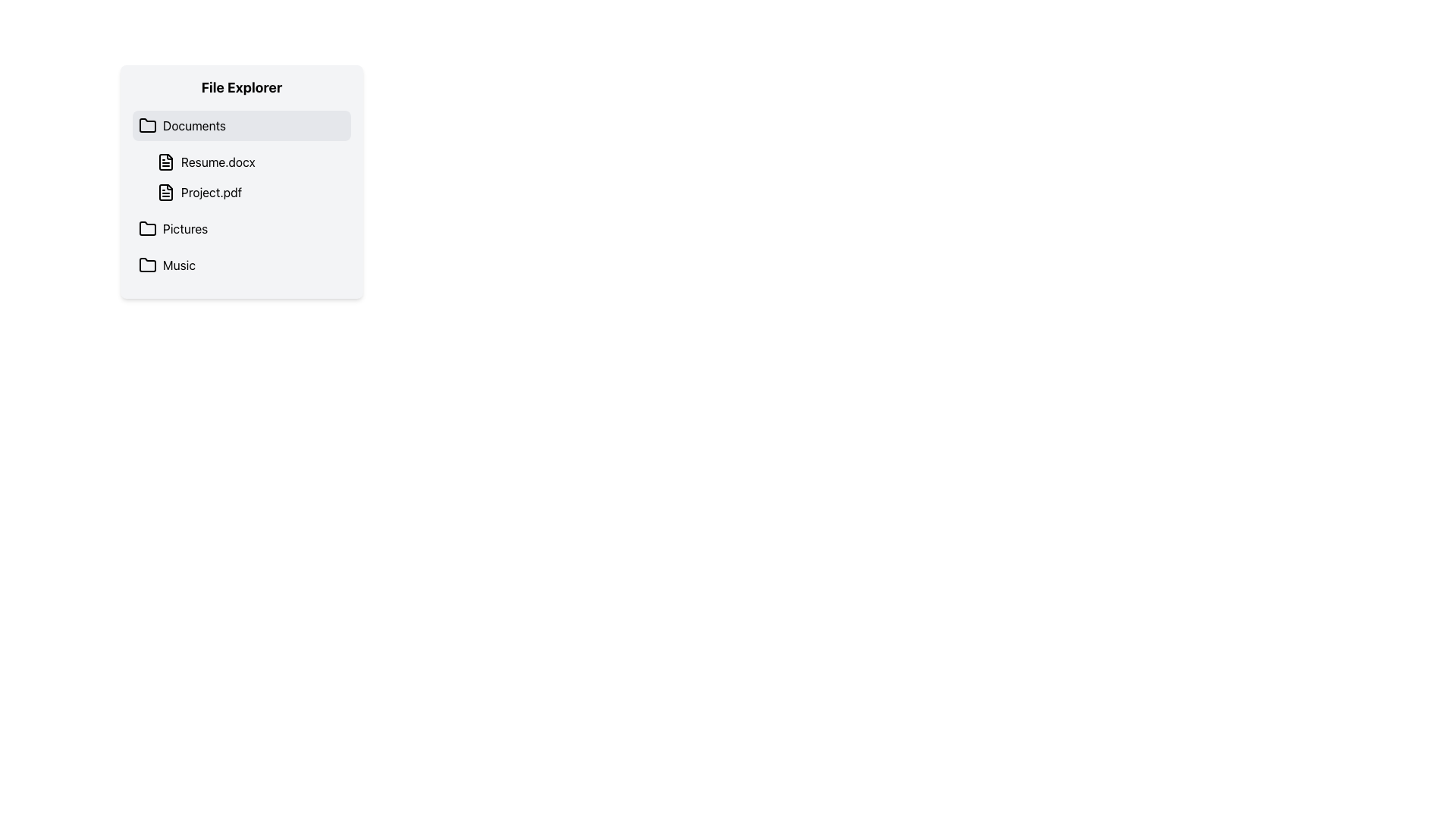  Describe the element at coordinates (240, 265) in the screenshot. I see `the fourth folder entry labeled 'Music' in the file explorer` at that location.